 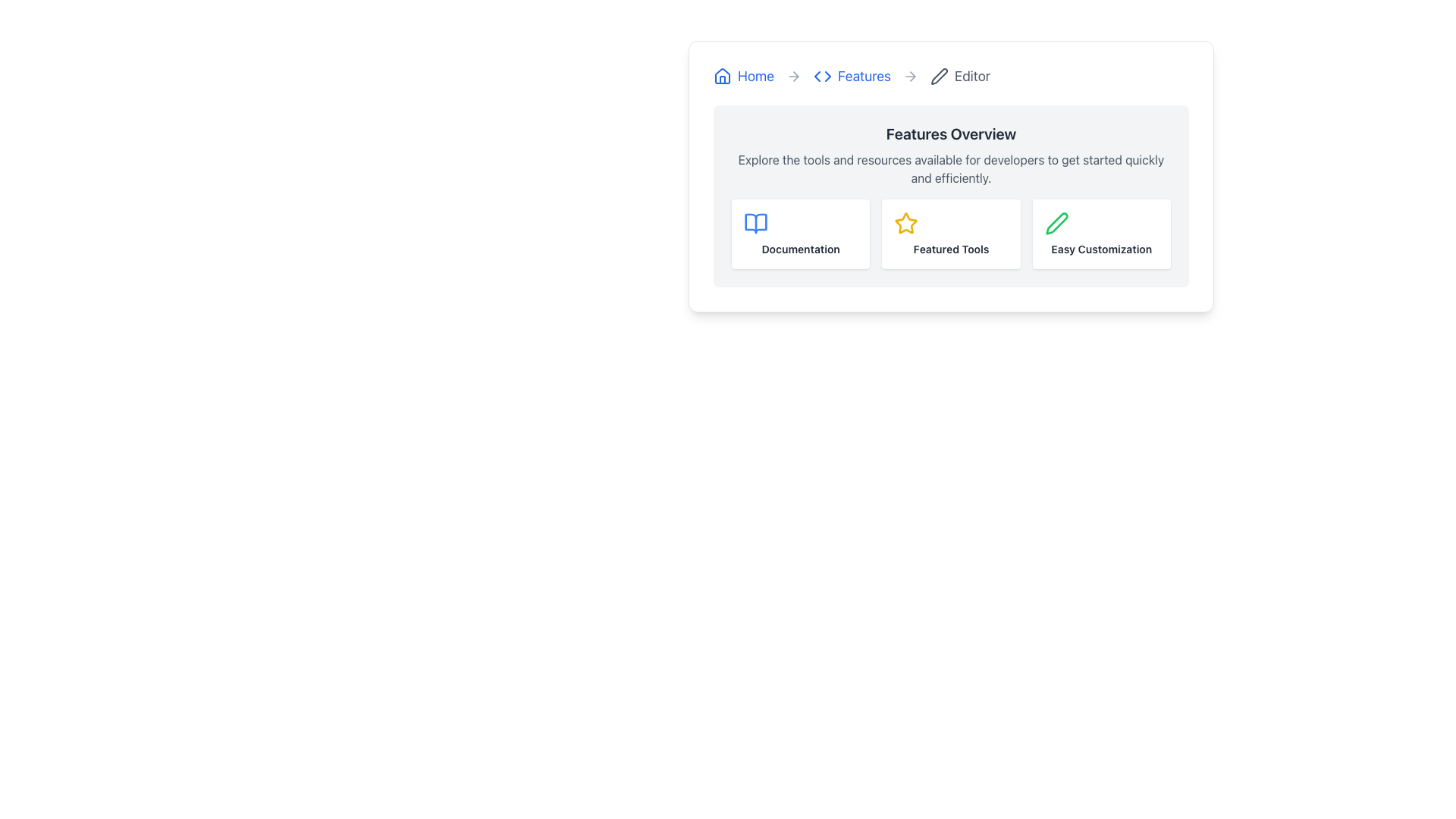 I want to click on the first interactive card located at the top-left corner of the grid layout, so click(x=800, y=234).